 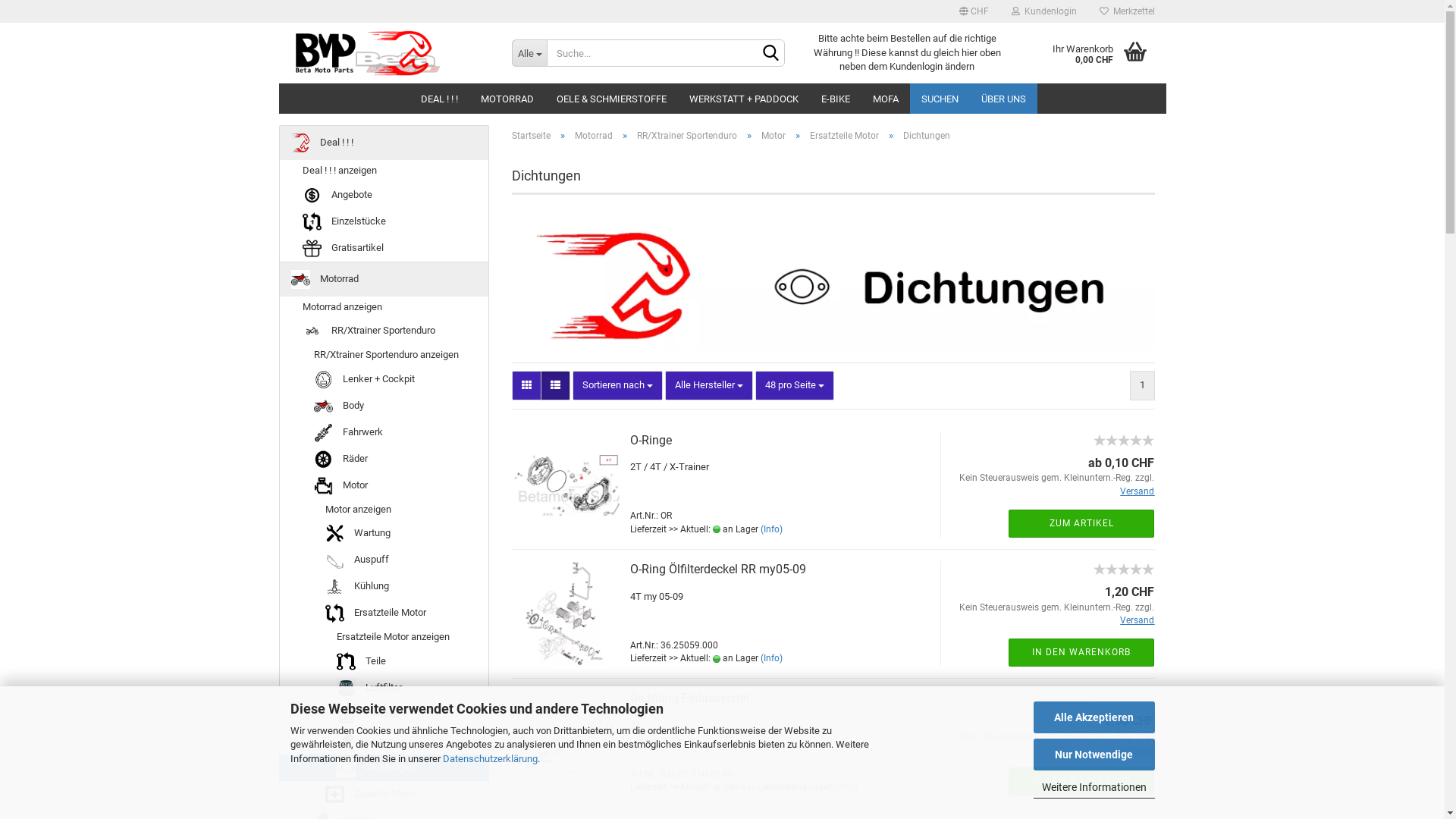 What do you see at coordinates (743, 99) in the screenshot?
I see `'WERKSTATT + PADDOCK'` at bounding box center [743, 99].